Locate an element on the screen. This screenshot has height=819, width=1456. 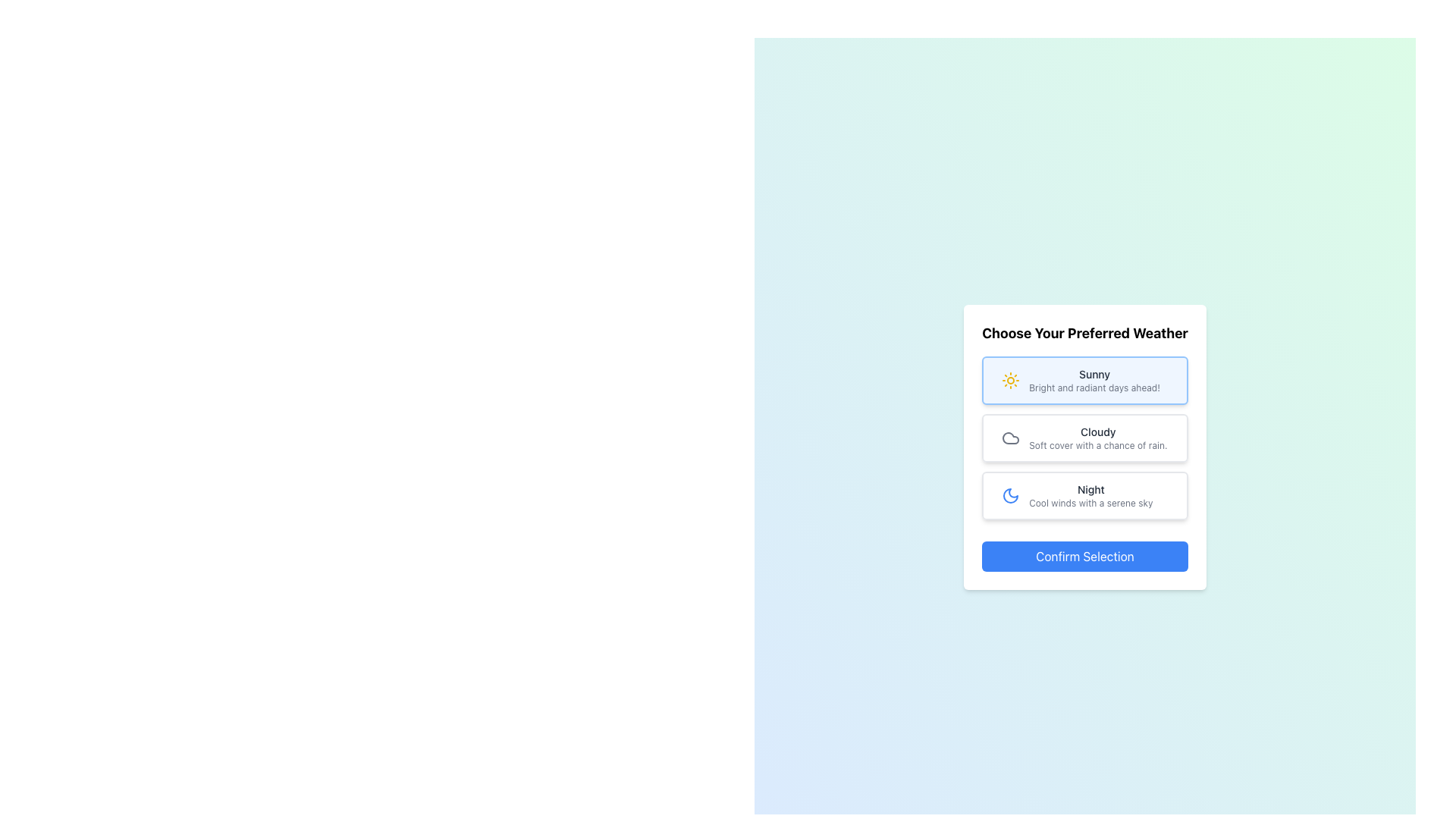
text from the 'Sunny' text label, which is displayed in a medium font weight and dark gray color on a light background, located within the first weather selection card is located at coordinates (1094, 374).